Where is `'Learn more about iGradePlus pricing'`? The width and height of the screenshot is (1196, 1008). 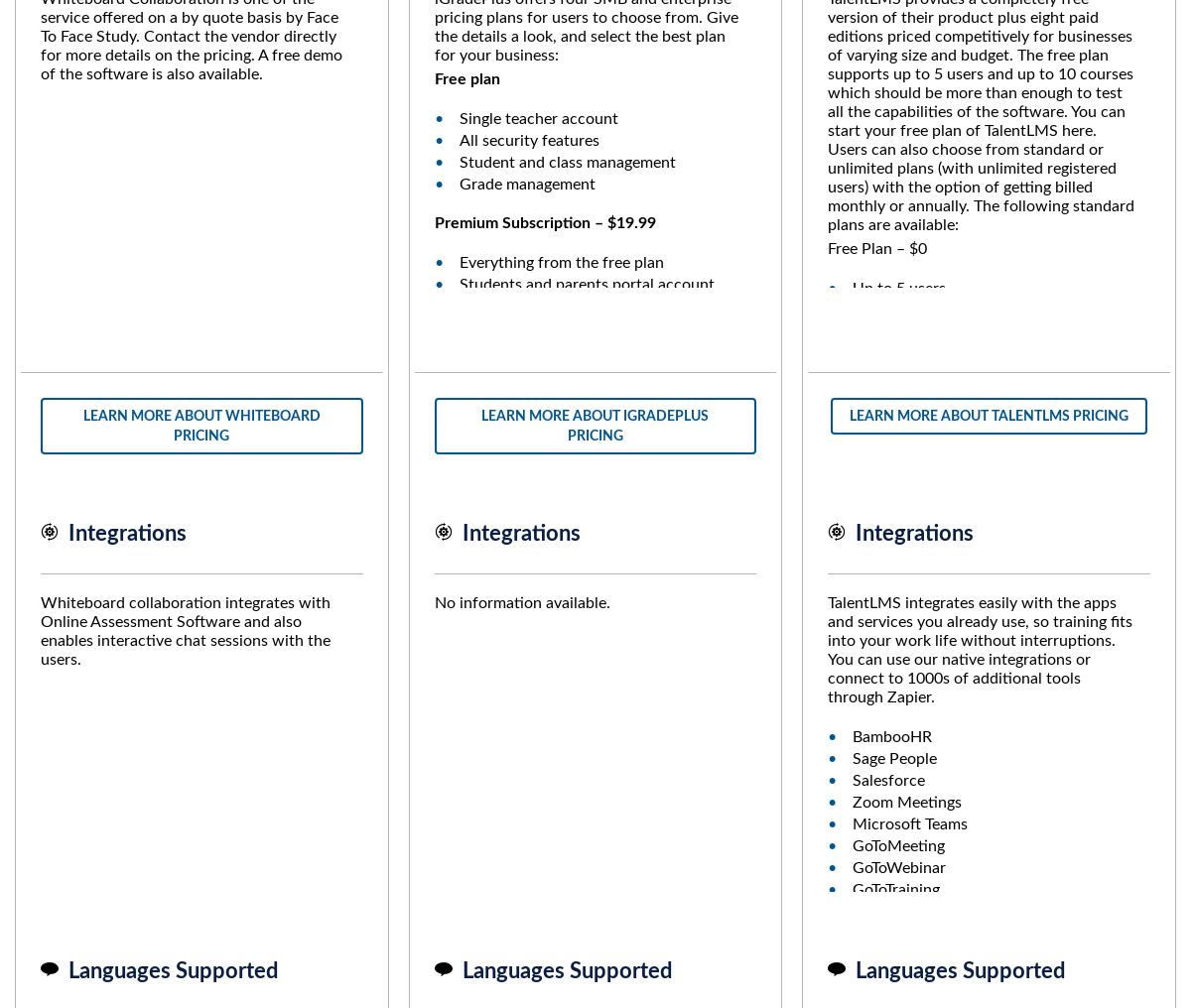
'Learn more about iGradePlus pricing' is located at coordinates (594, 424).